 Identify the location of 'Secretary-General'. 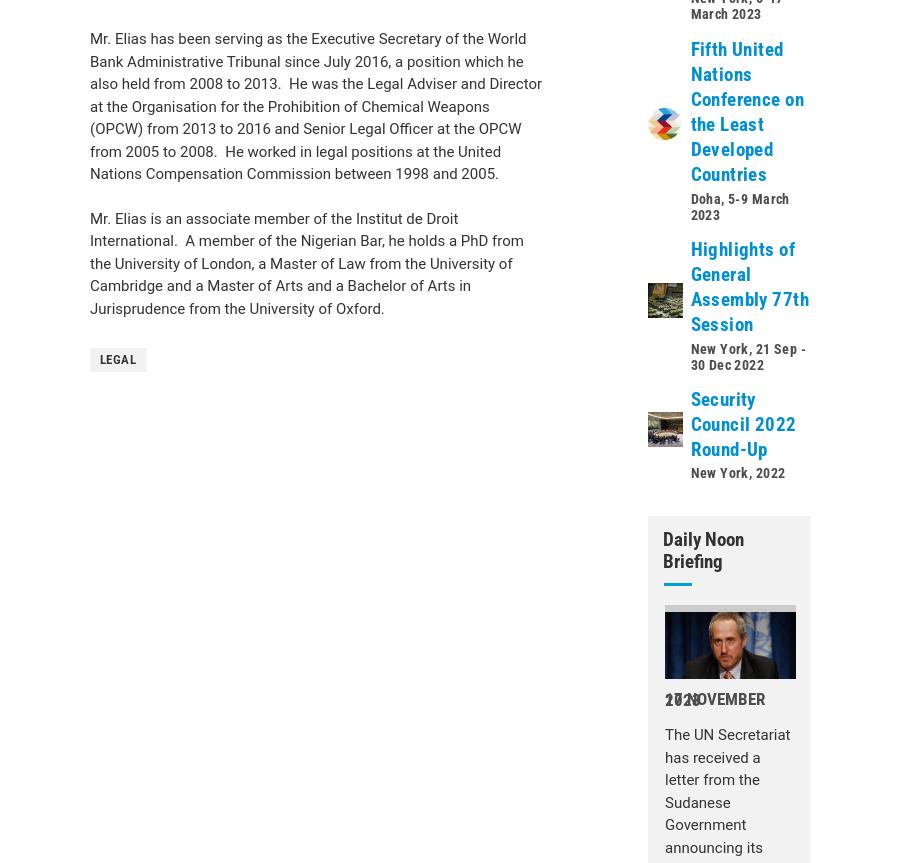
(115, 329).